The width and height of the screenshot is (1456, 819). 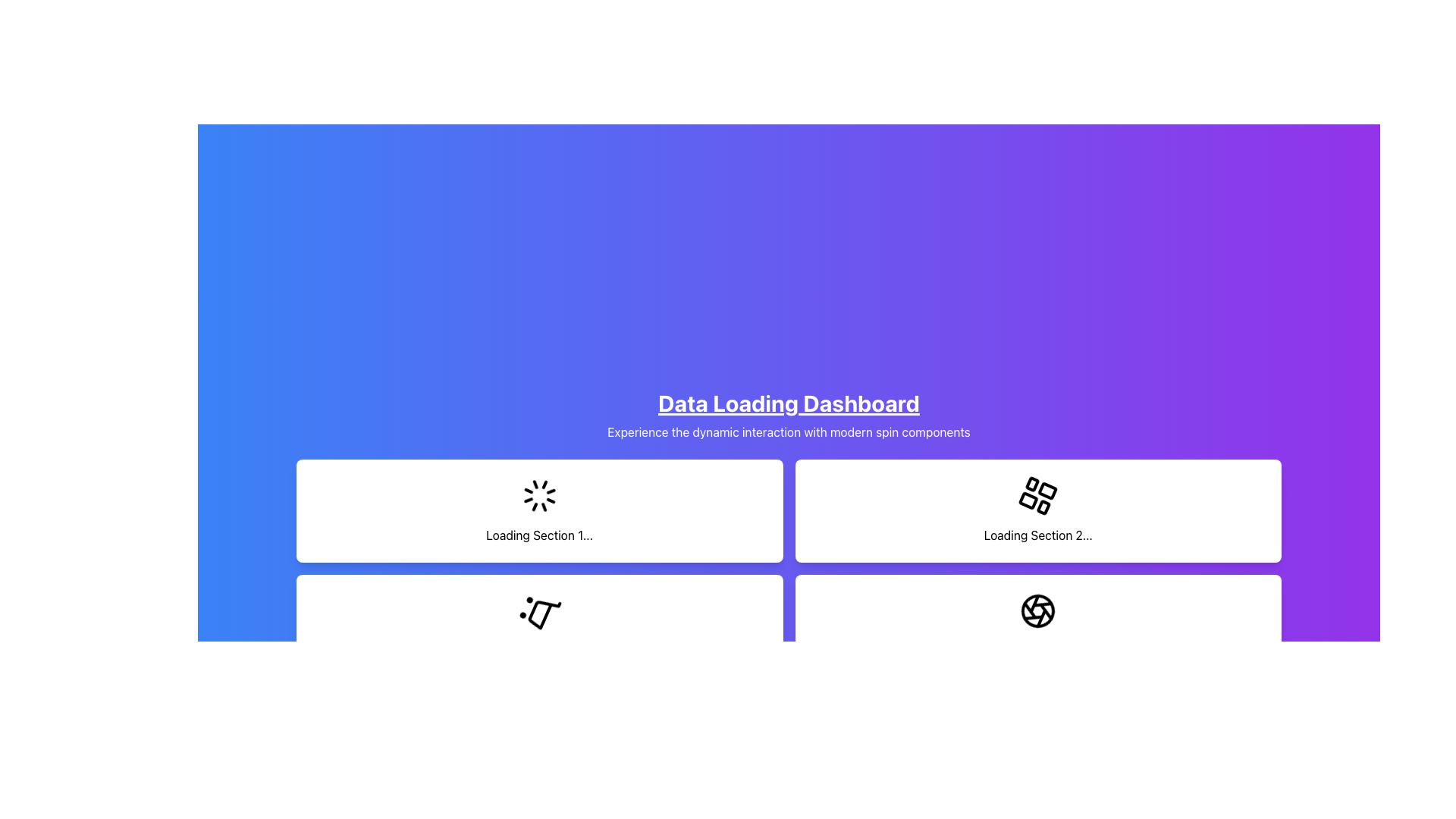 What do you see at coordinates (1037, 626) in the screenshot?
I see `the loading animation of the Loading indicator card indicating that 'Section 4' content is currently loading, located at the bottom right position of the grid of cards` at bounding box center [1037, 626].